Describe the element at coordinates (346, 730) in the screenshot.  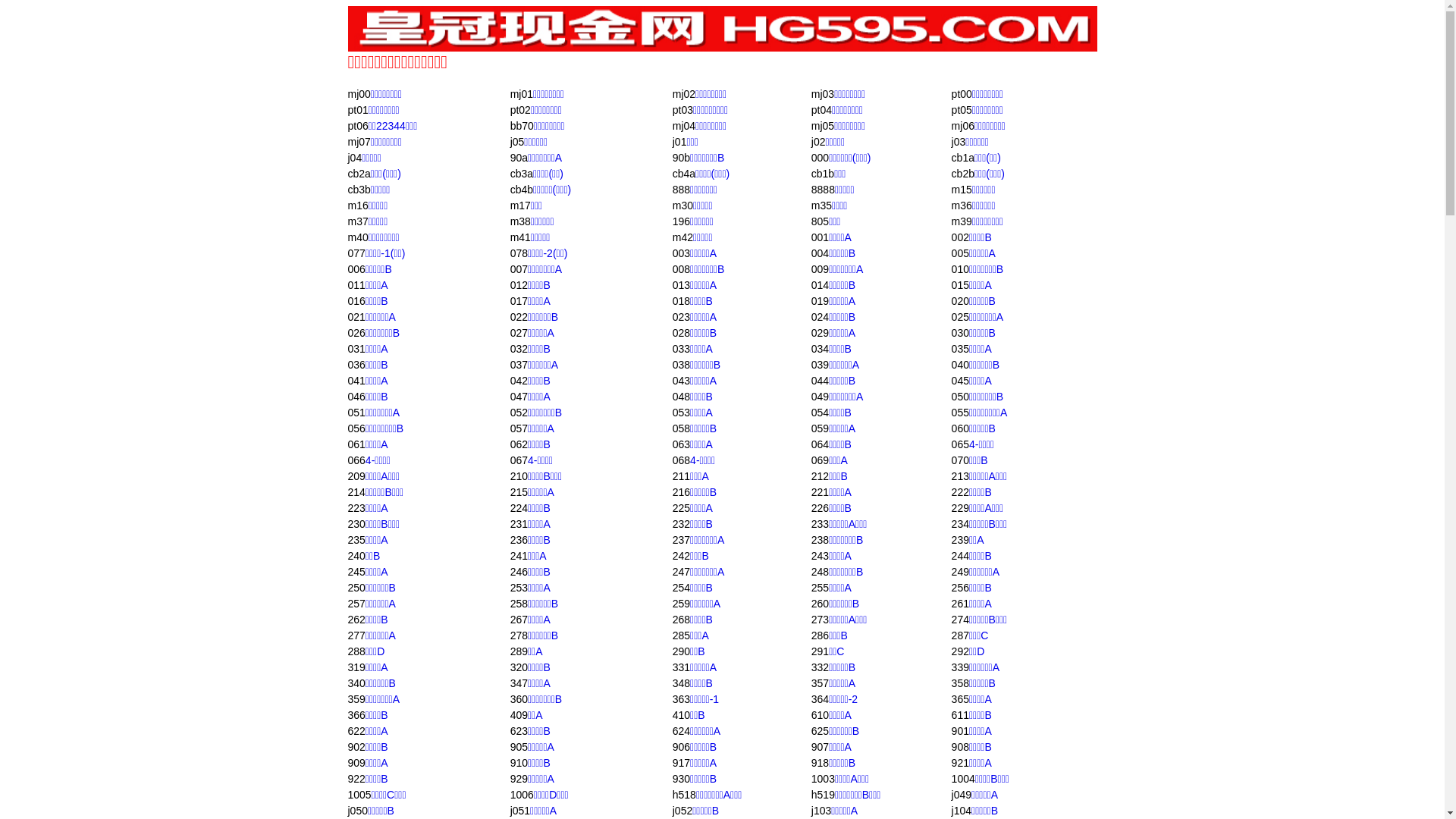
I see `'622'` at that location.